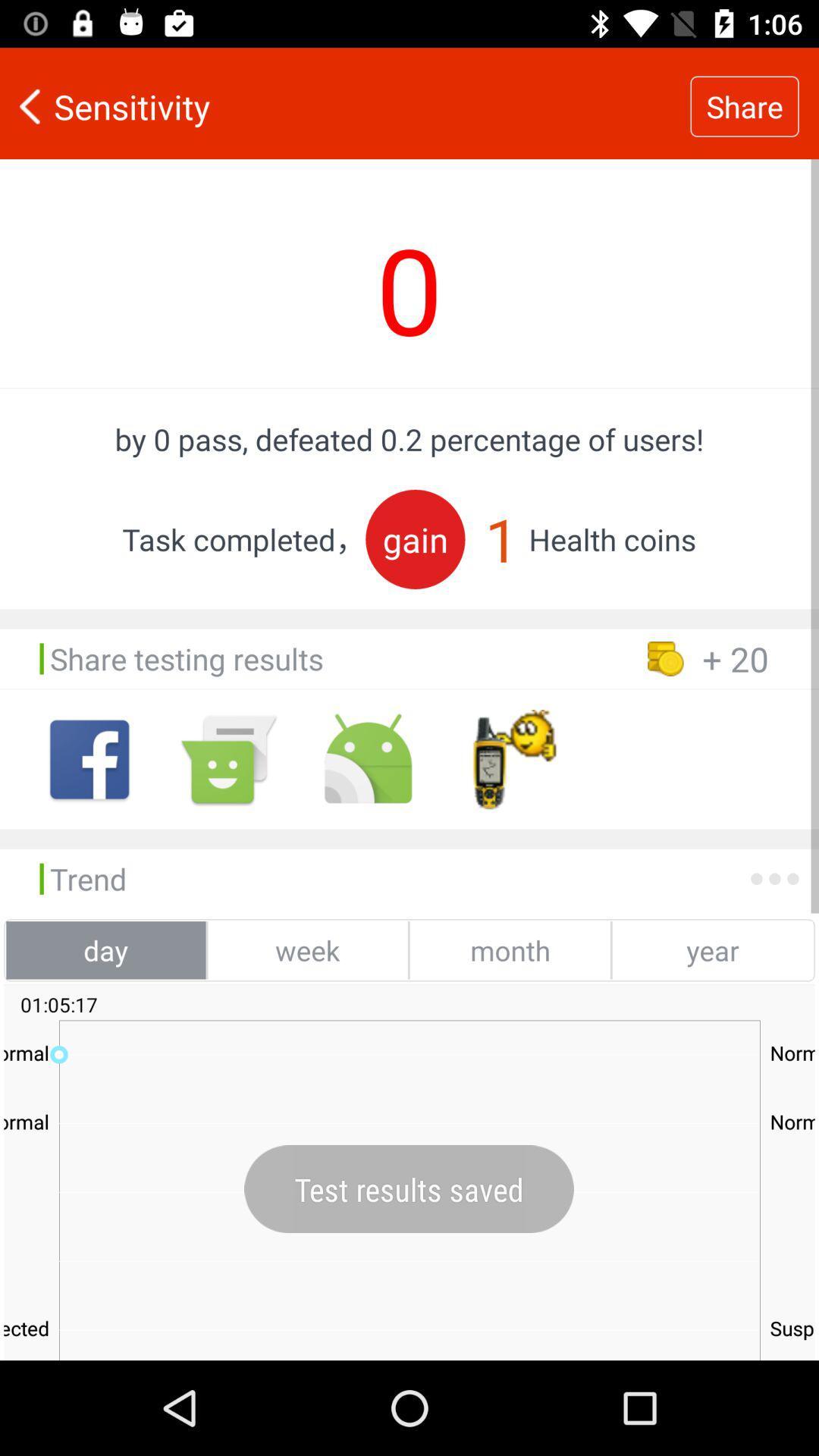 This screenshot has width=819, height=1456. Describe the element at coordinates (89, 759) in the screenshot. I see `the facebook icon` at that location.